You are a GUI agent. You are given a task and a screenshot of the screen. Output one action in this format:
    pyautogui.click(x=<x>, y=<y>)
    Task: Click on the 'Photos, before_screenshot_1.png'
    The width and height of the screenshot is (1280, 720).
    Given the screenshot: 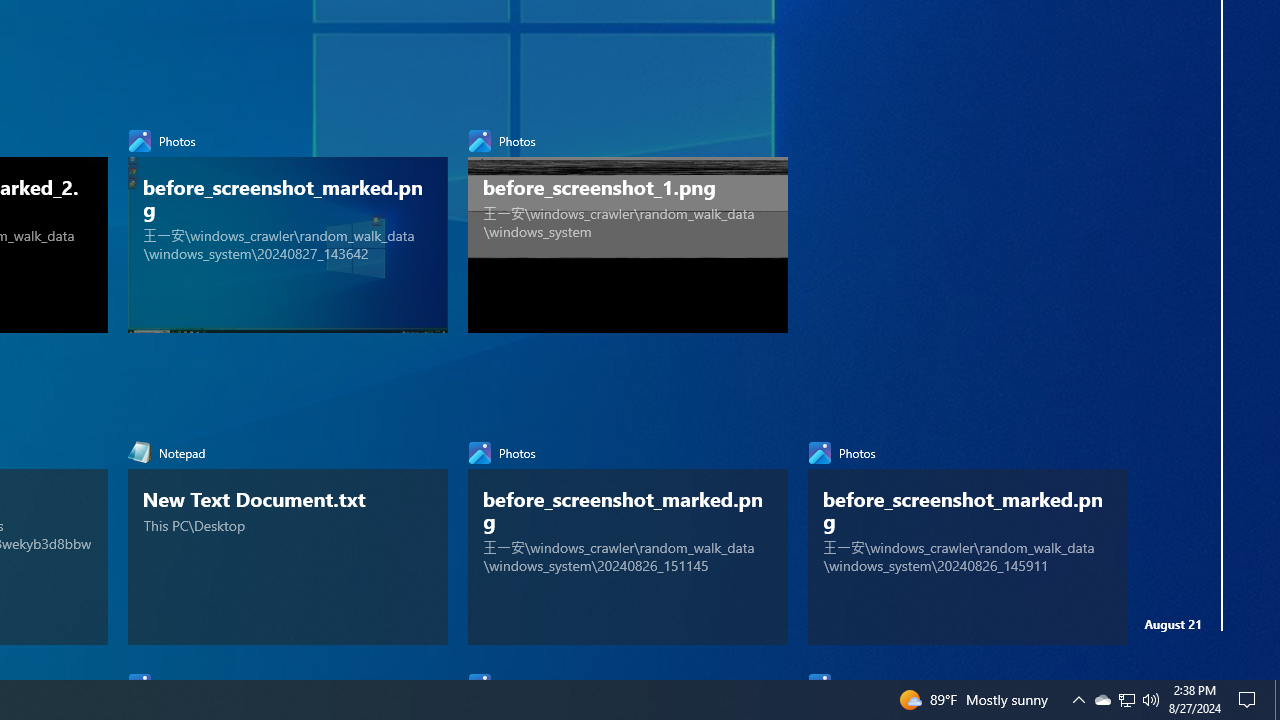 What is the action you would take?
    pyautogui.click(x=627, y=225)
    